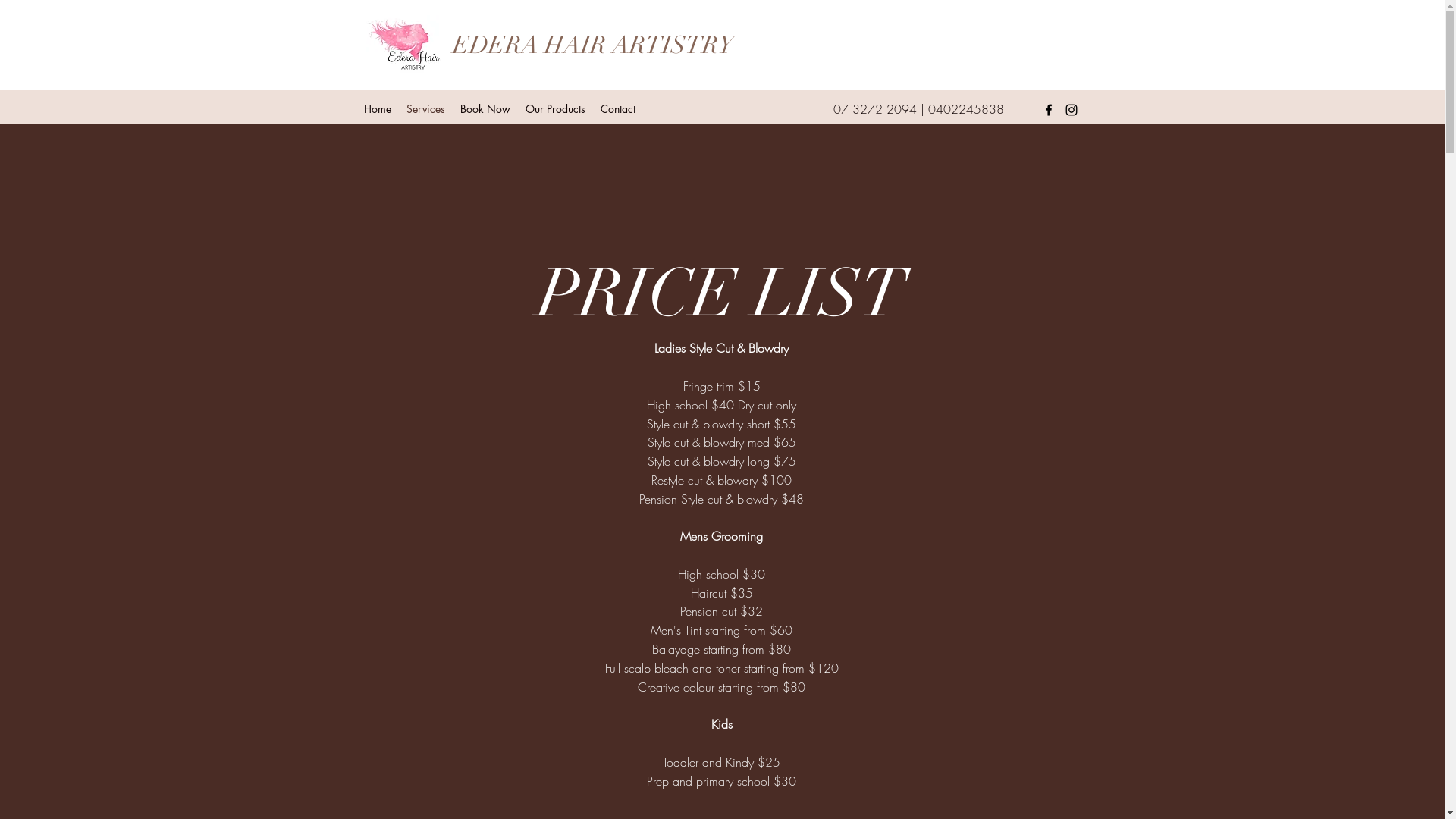 The height and width of the screenshot is (819, 1456). Describe the element at coordinates (554, 108) in the screenshot. I see `'Our Products'` at that location.